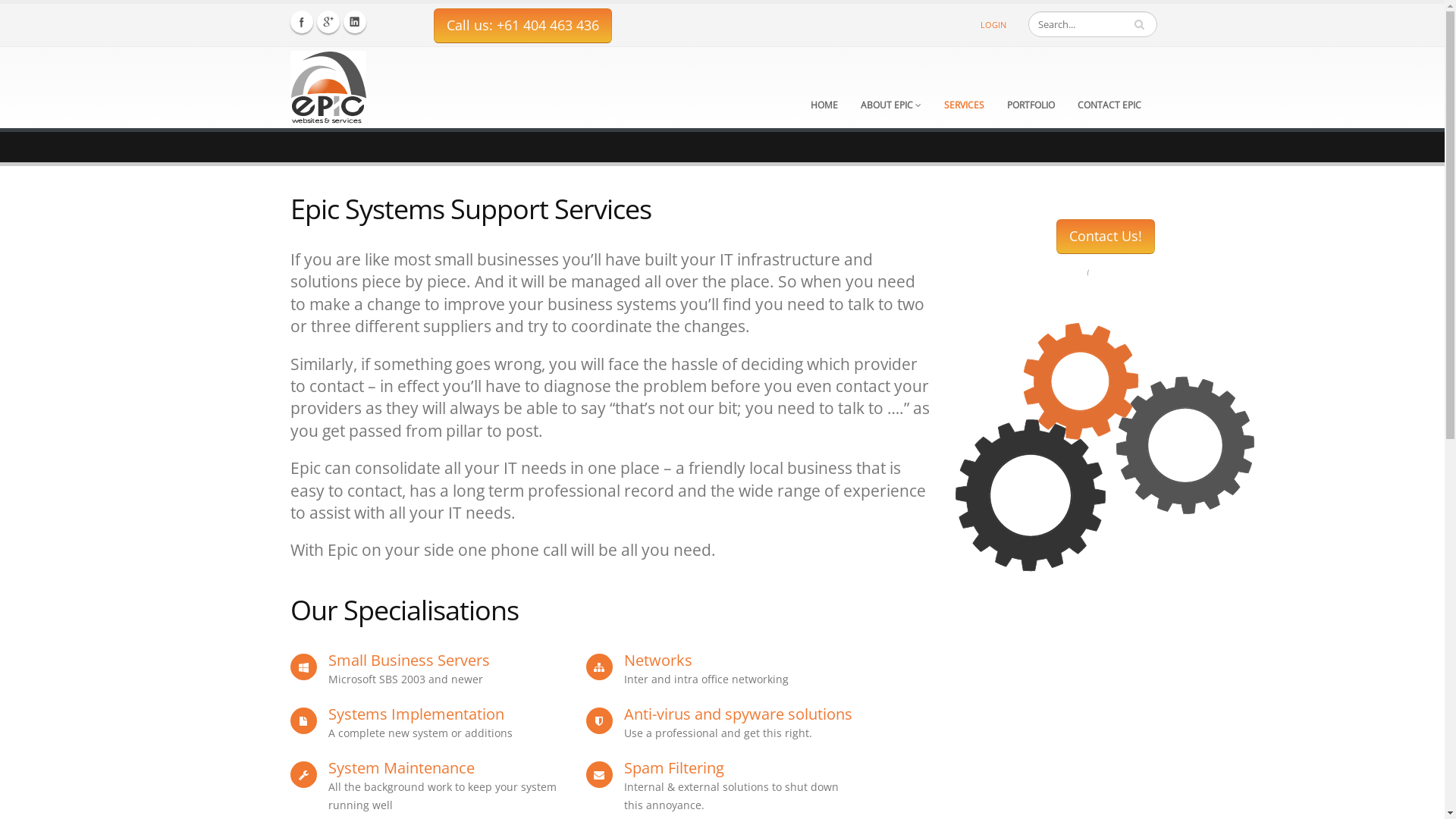 The height and width of the screenshot is (819, 1456). What do you see at coordinates (1141, 24) in the screenshot?
I see `' '` at bounding box center [1141, 24].